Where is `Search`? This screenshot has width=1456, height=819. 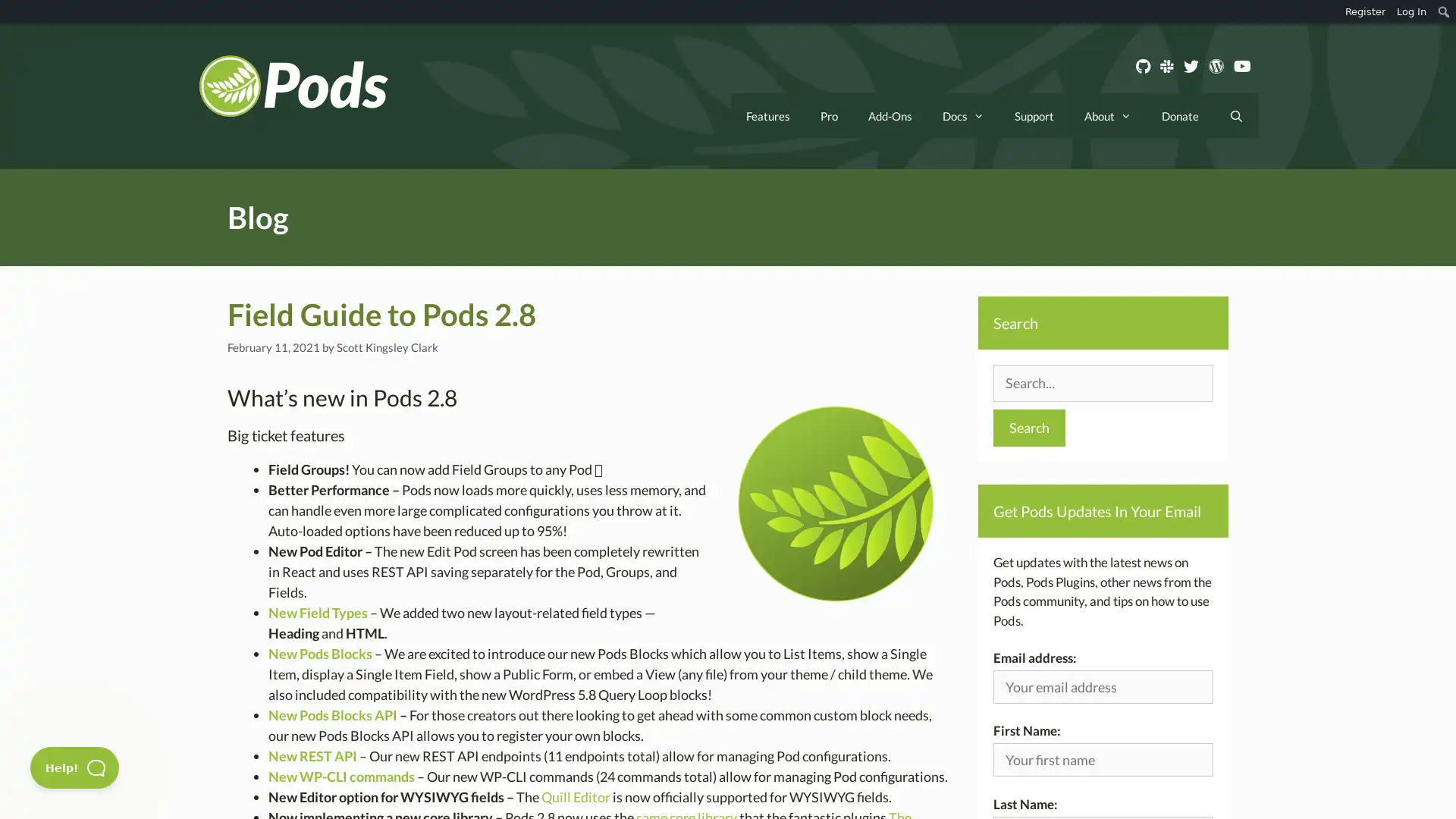
Search is located at coordinates (1029, 428).